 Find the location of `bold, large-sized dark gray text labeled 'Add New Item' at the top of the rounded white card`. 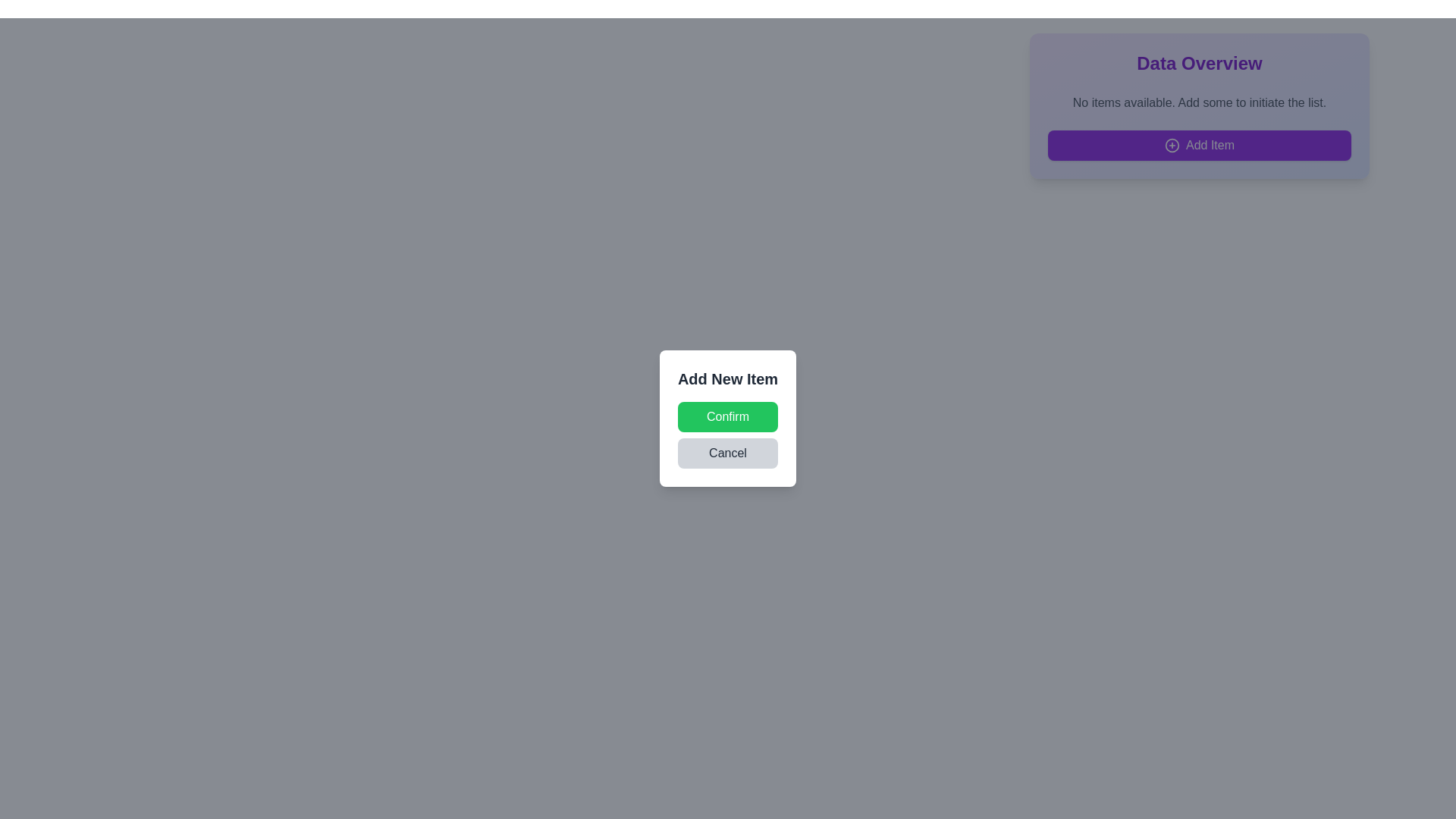

bold, large-sized dark gray text labeled 'Add New Item' at the top of the rounded white card is located at coordinates (728, 378).